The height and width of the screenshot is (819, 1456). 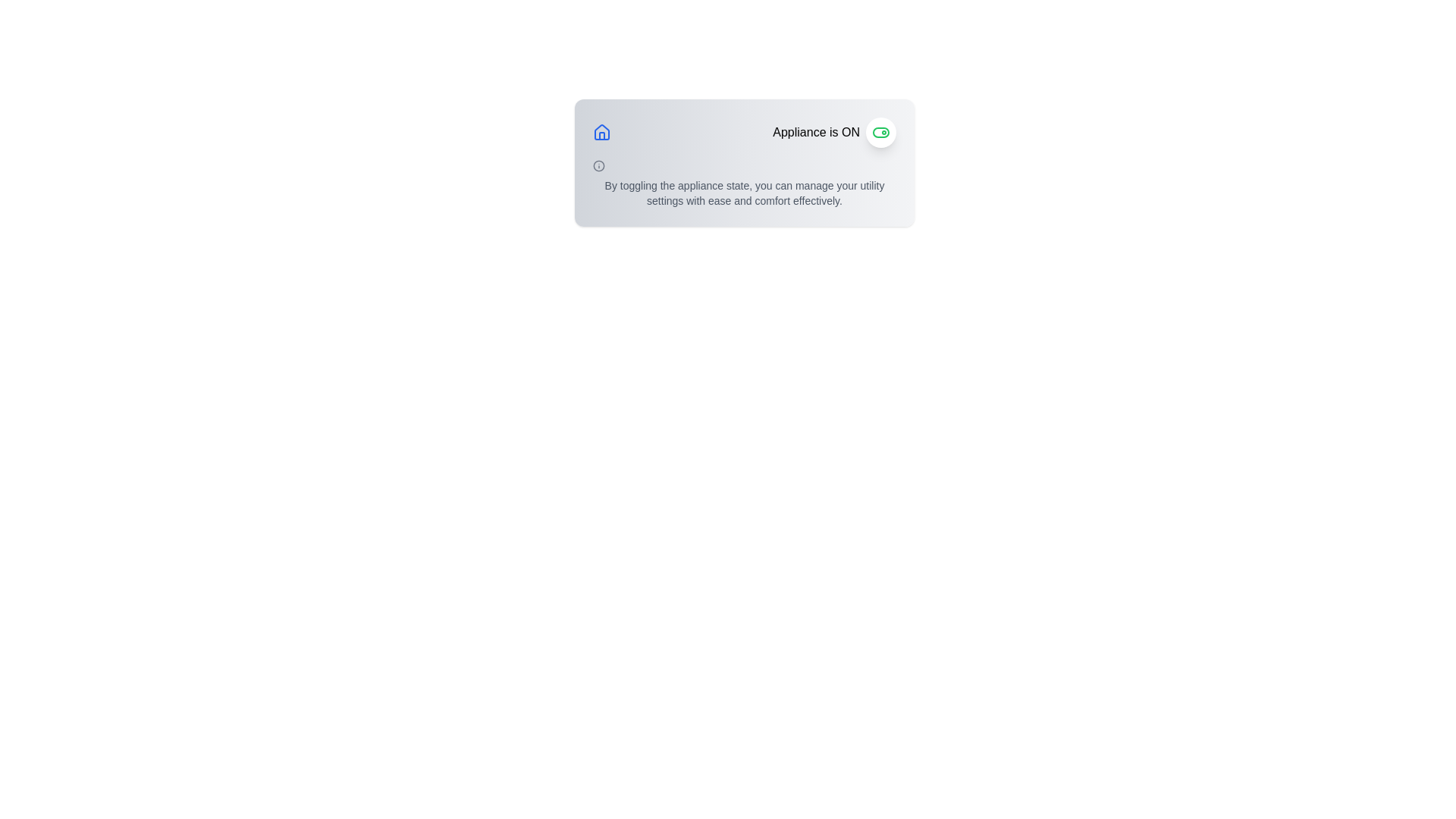 What do you see at coordinates (745, 184) in the screenshot?
I see `the explanatory text that reads: 'By toggling the appliance state, you can manage your utility settings with ease and comfort effectively.' This text is styled in a small, gray font and is positioned within a gray box below the title 'Appliance is ON' and a toggle button` at bounding box center [745, 184].